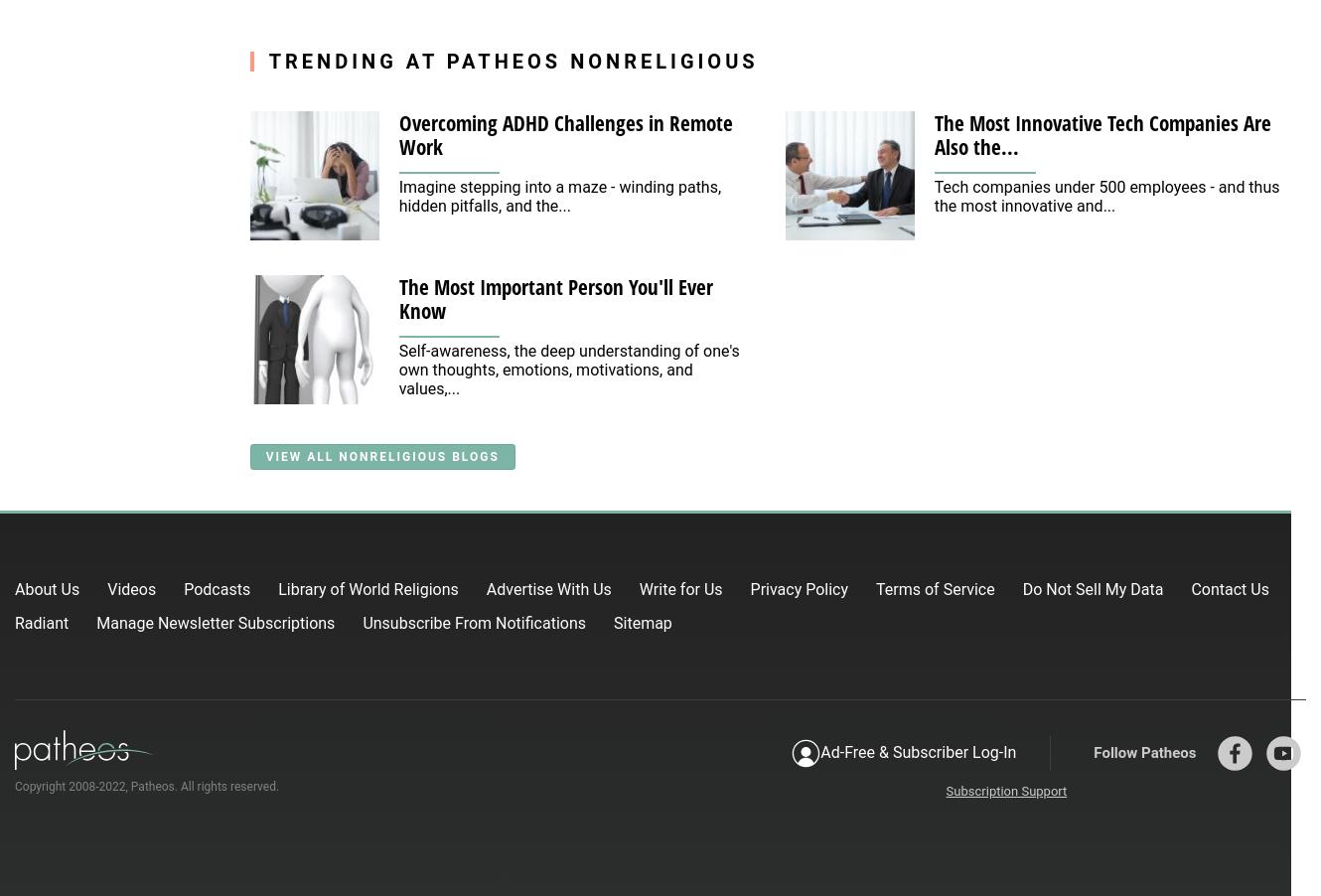 The width and height of the screenshot is (1321, 896). I want to click on 'Privacy Policy', so click(799, 588).